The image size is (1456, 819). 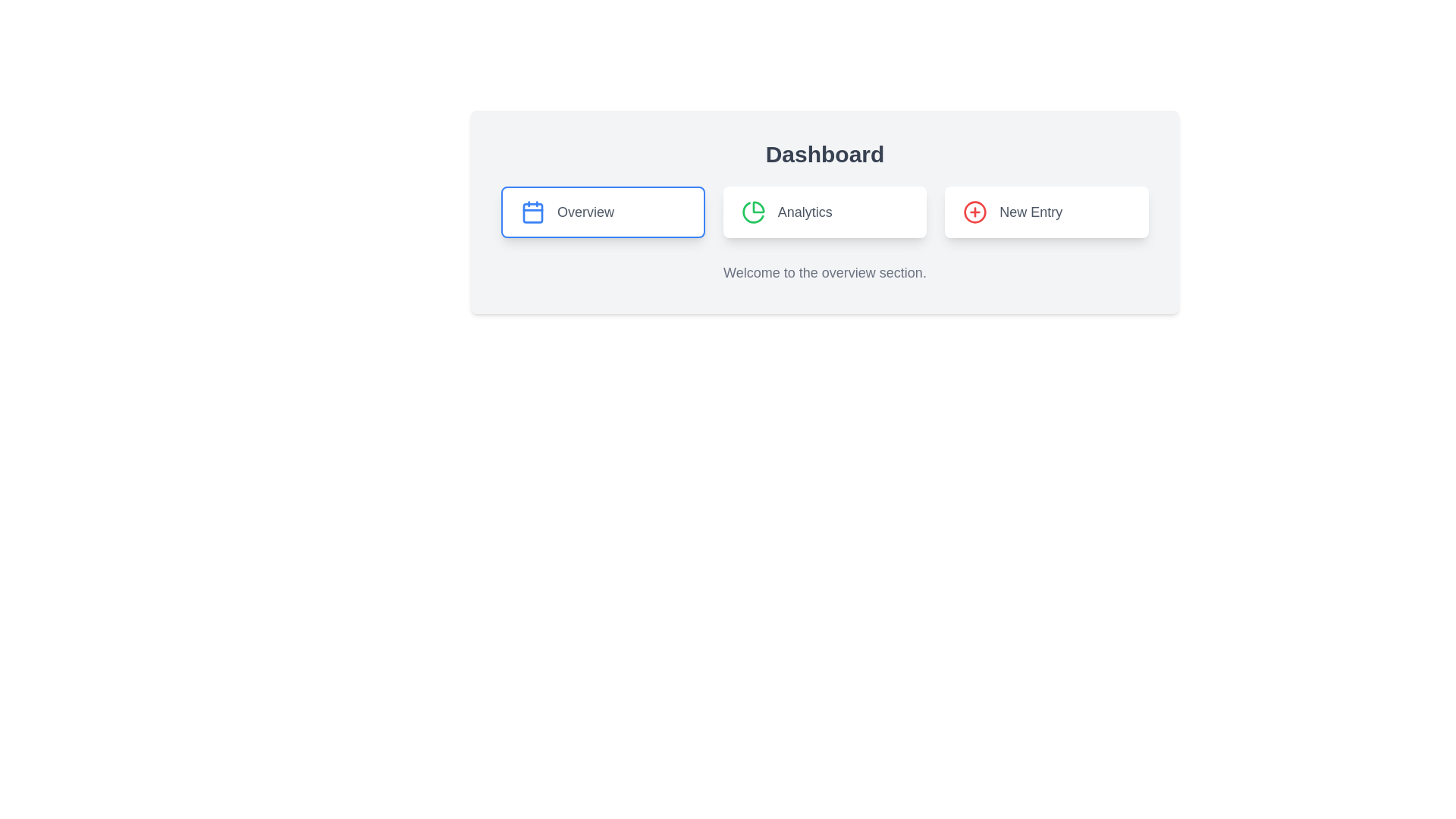 What do you see at coordinates (758, 207) in the screenshot?
I see `the right-hand side segment of the pie chart icon in the 'Analytics' button, which is styled in green` at bounding box center [758, 207].